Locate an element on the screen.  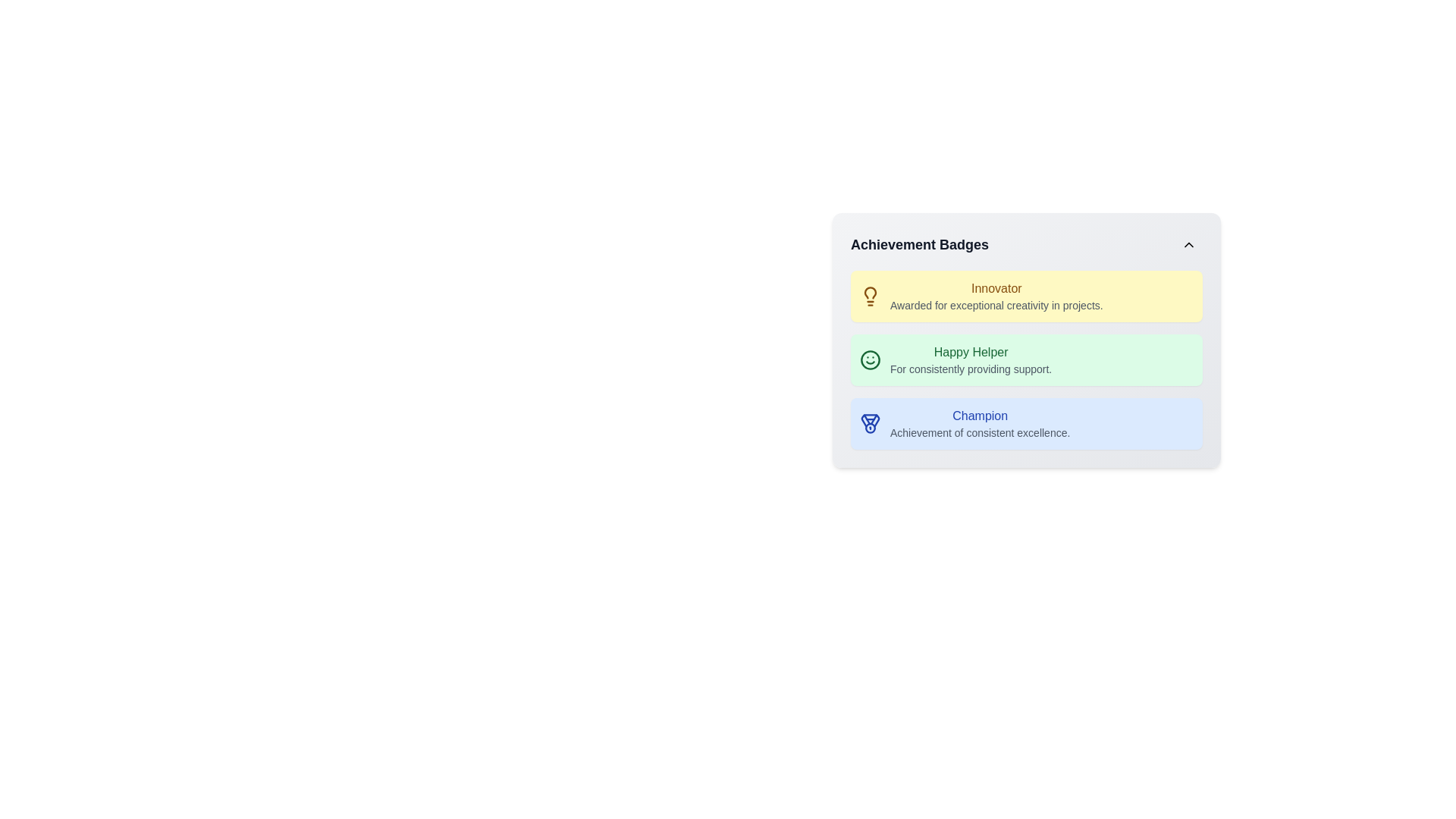
descriptive text element that says 'Awarded for exceptional creativity in projects.' located below the title 'Innovator' in the 'Achievement Badges' panel is located at coordinates (996, 305).